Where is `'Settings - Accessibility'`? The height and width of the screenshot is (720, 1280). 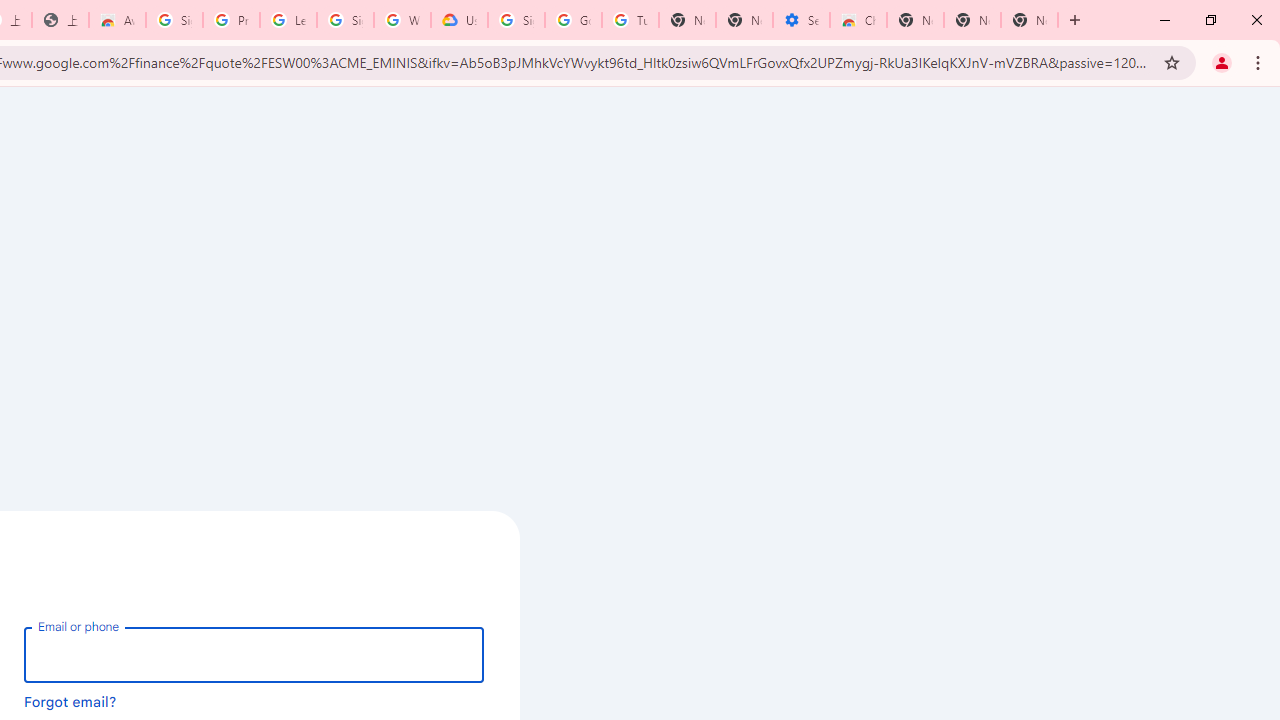 'Settings - Accessibility' is located at coordinates (801, 20).